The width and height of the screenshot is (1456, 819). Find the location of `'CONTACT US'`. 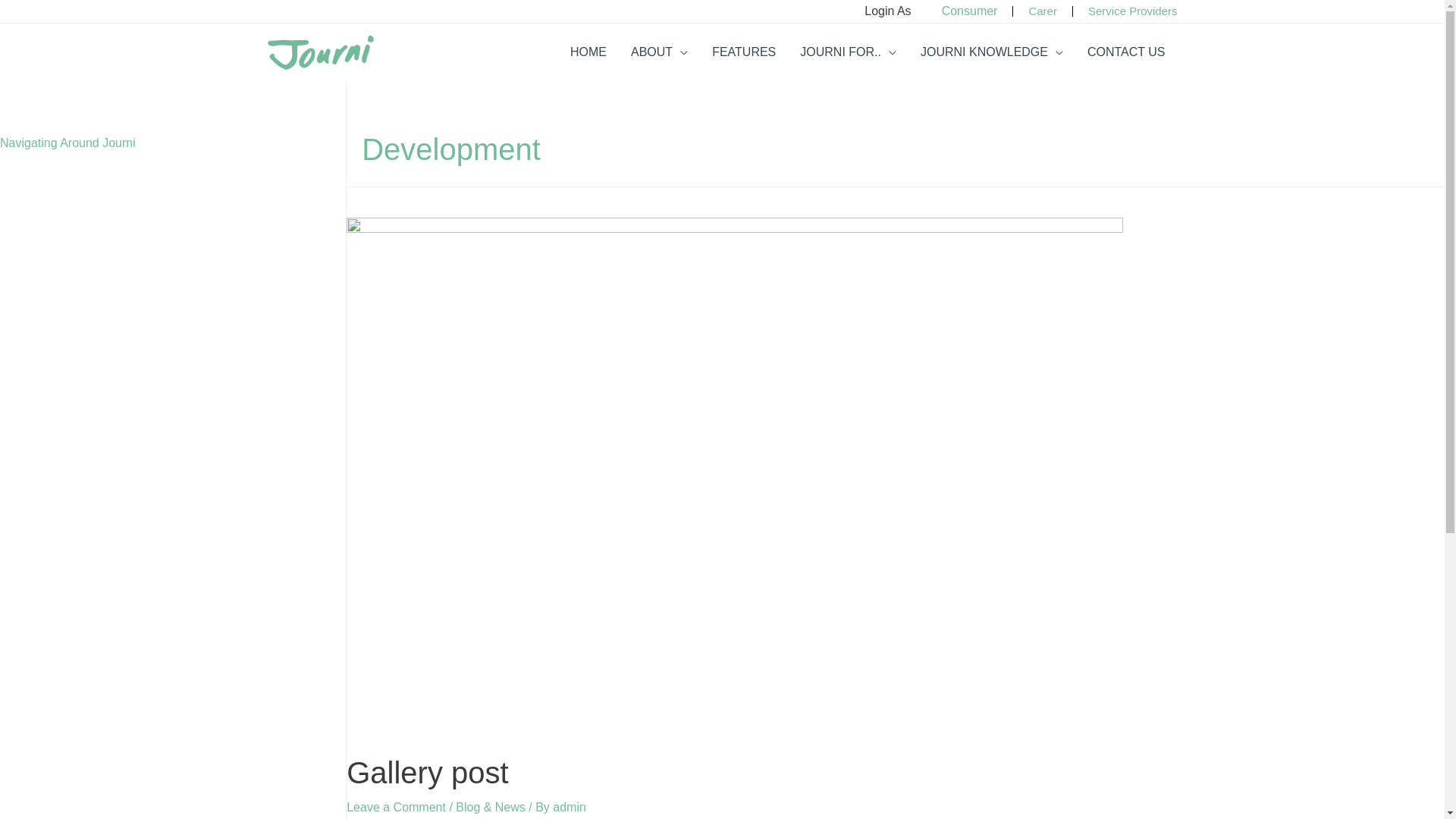

'CONTACT US' is located at coordinates (1126, 52).